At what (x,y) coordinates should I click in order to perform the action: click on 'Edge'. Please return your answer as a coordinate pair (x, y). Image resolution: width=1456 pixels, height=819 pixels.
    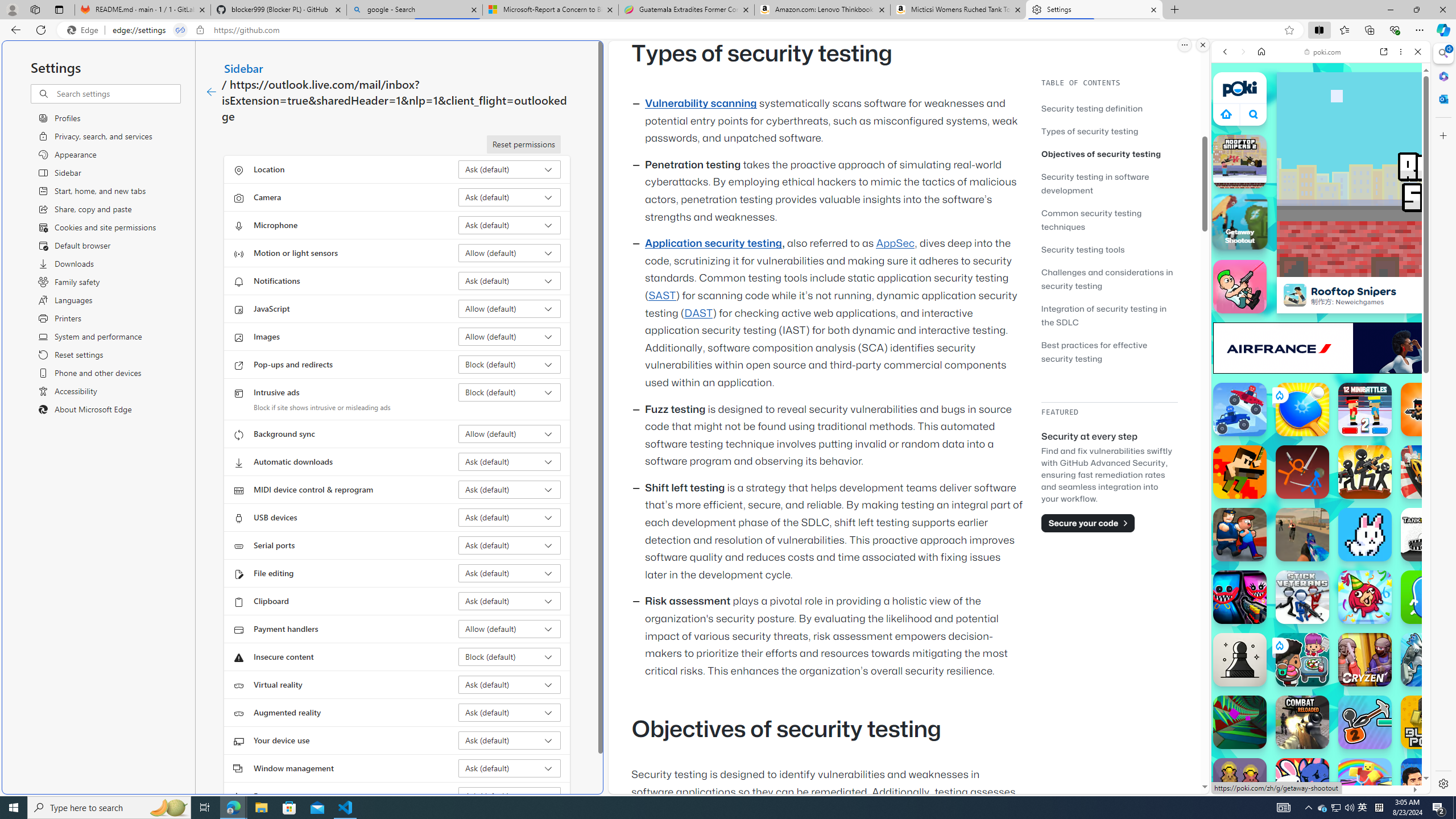
    Looking at the image, I should click on (84, 30).